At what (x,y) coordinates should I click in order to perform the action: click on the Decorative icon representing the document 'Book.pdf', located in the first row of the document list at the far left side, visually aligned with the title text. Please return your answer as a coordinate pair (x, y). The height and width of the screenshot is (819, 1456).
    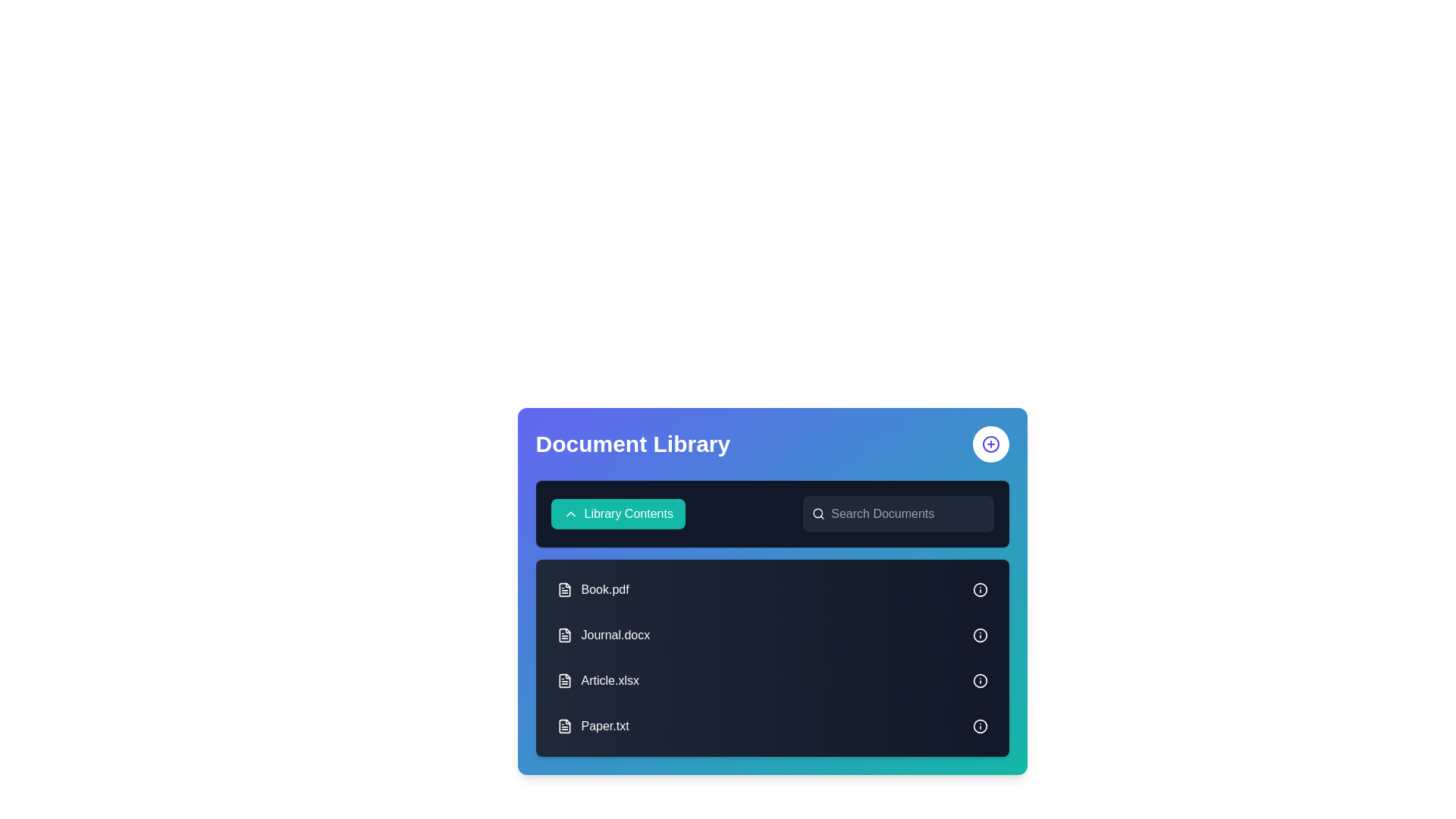
    Looking at the image, I should click on (563, 589).